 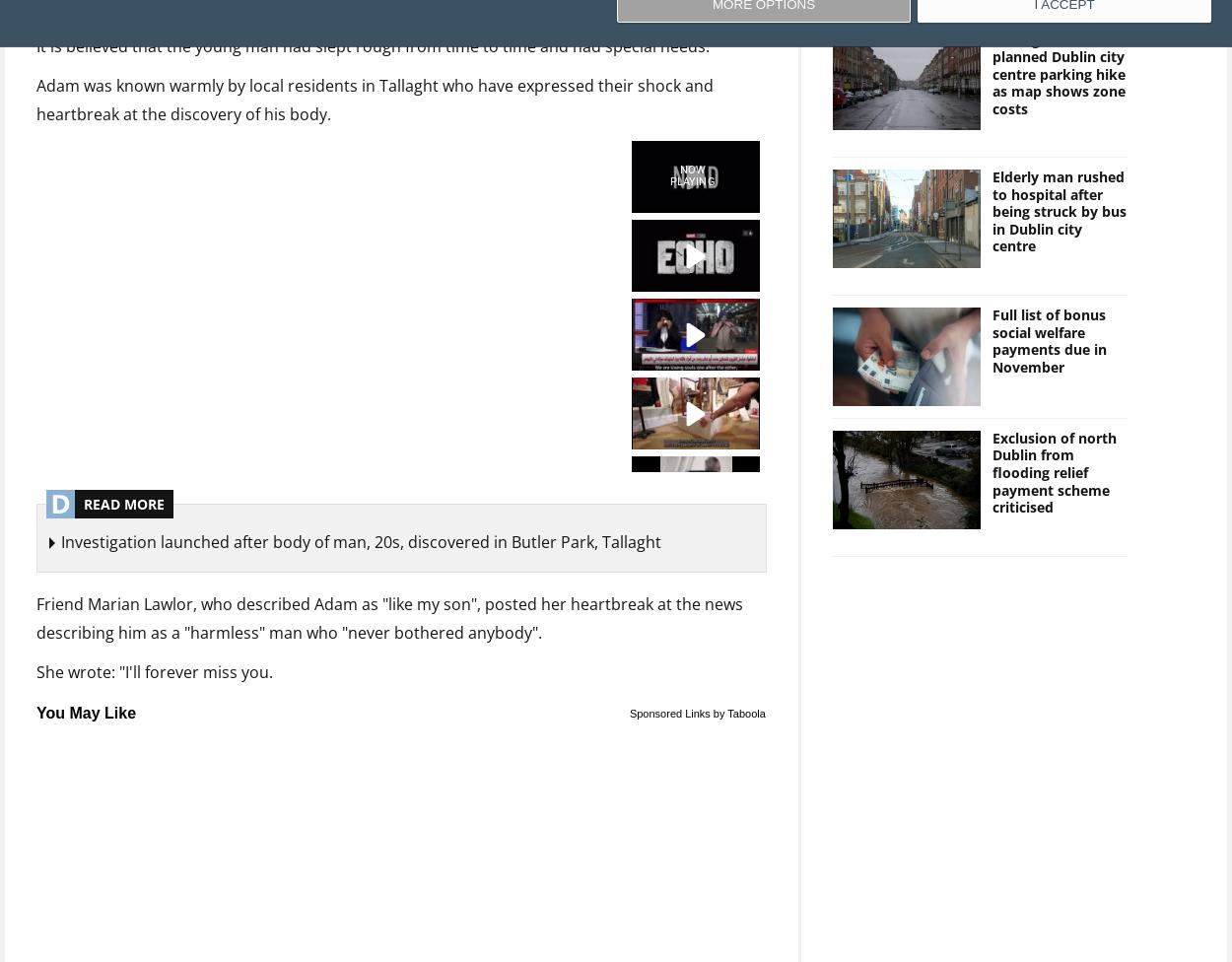 What do you see at coordinates (373, 44) in the screenshot?
I see `'It is believed that the young man had slept rough from time to time and had special needs.'` at bounding box center [373, 44].